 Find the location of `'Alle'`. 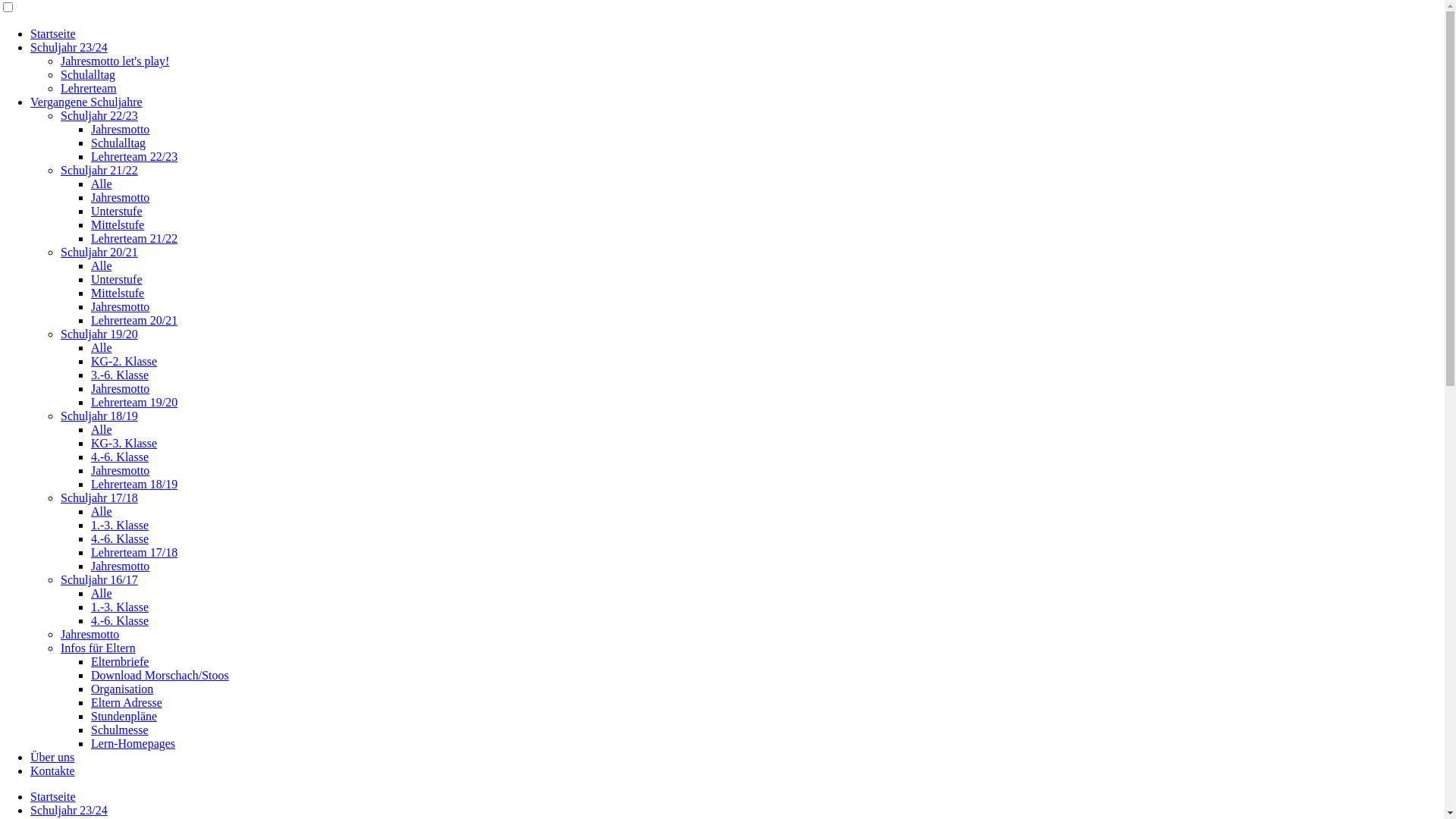

'Alle' is located at coordinates (101, 592).